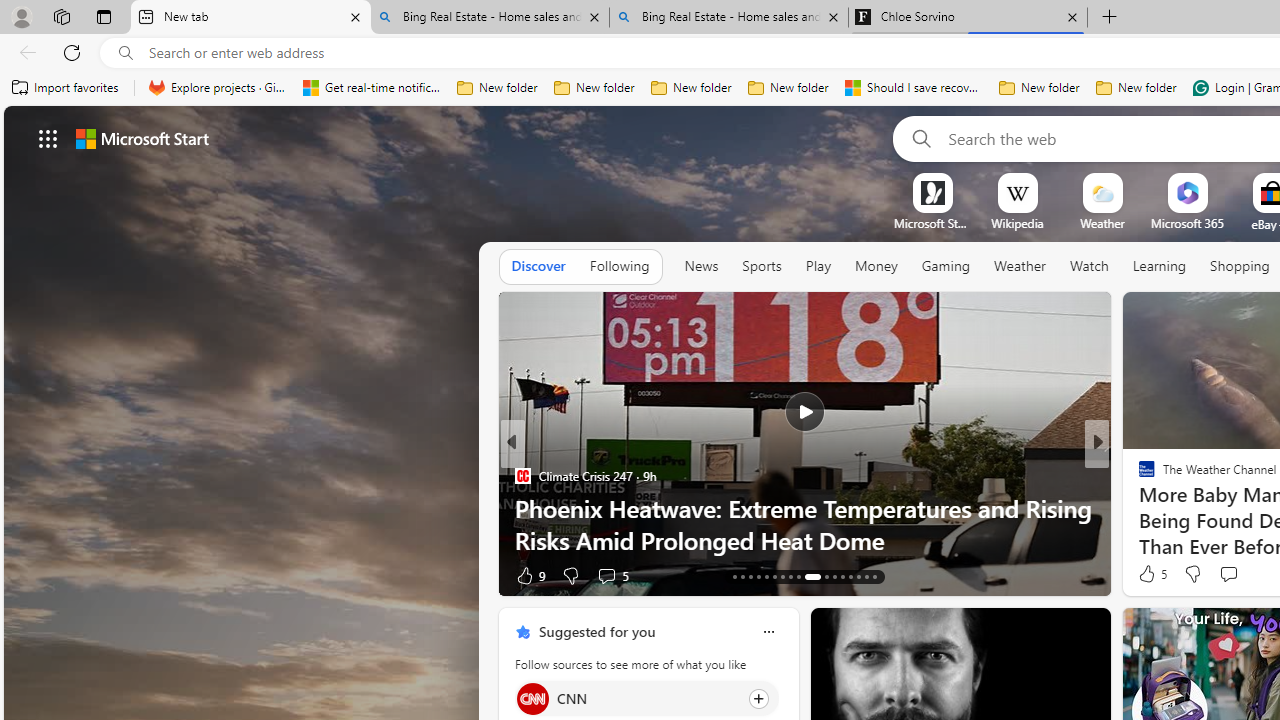 The image size is (1280, 720). What do you see at coordinates (912, 87) in the screenshot?
I see `'Should I save recovered Word documents? - Microsoft Support'` at bounding box center [912, 87].